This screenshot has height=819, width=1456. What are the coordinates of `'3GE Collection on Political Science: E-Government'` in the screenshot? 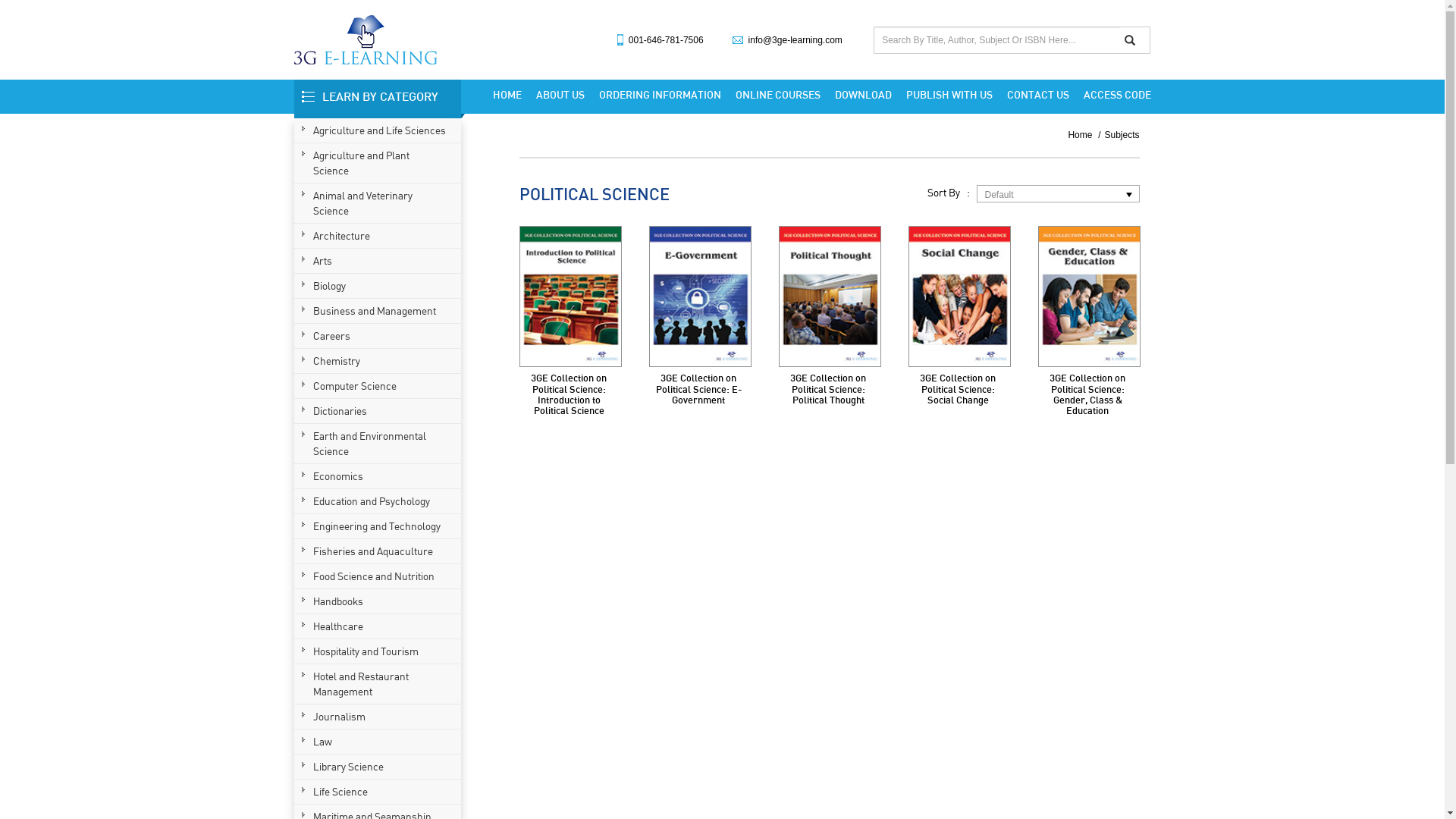 It's located at (698, 388).